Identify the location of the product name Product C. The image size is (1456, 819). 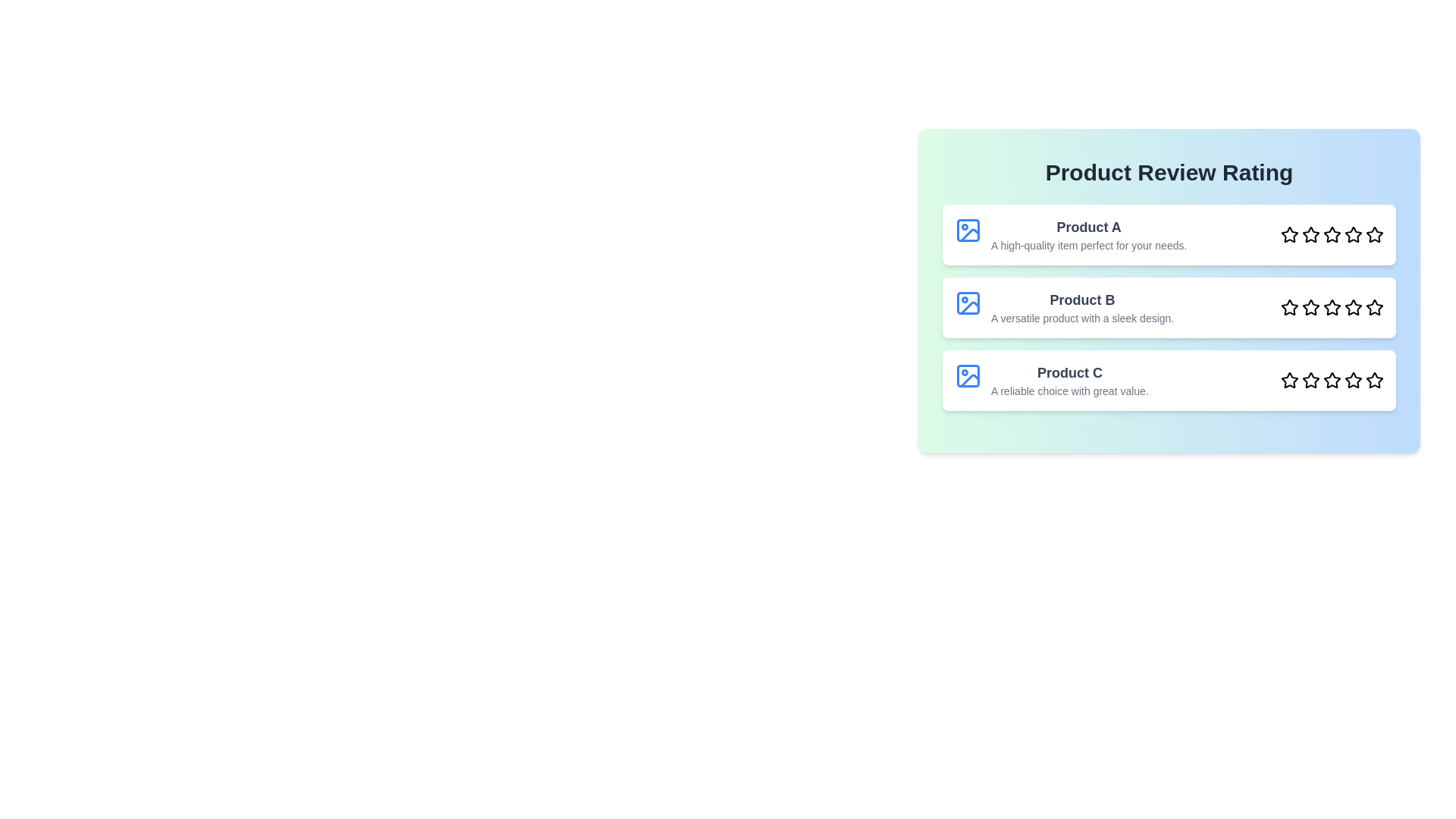
(1069, 373).